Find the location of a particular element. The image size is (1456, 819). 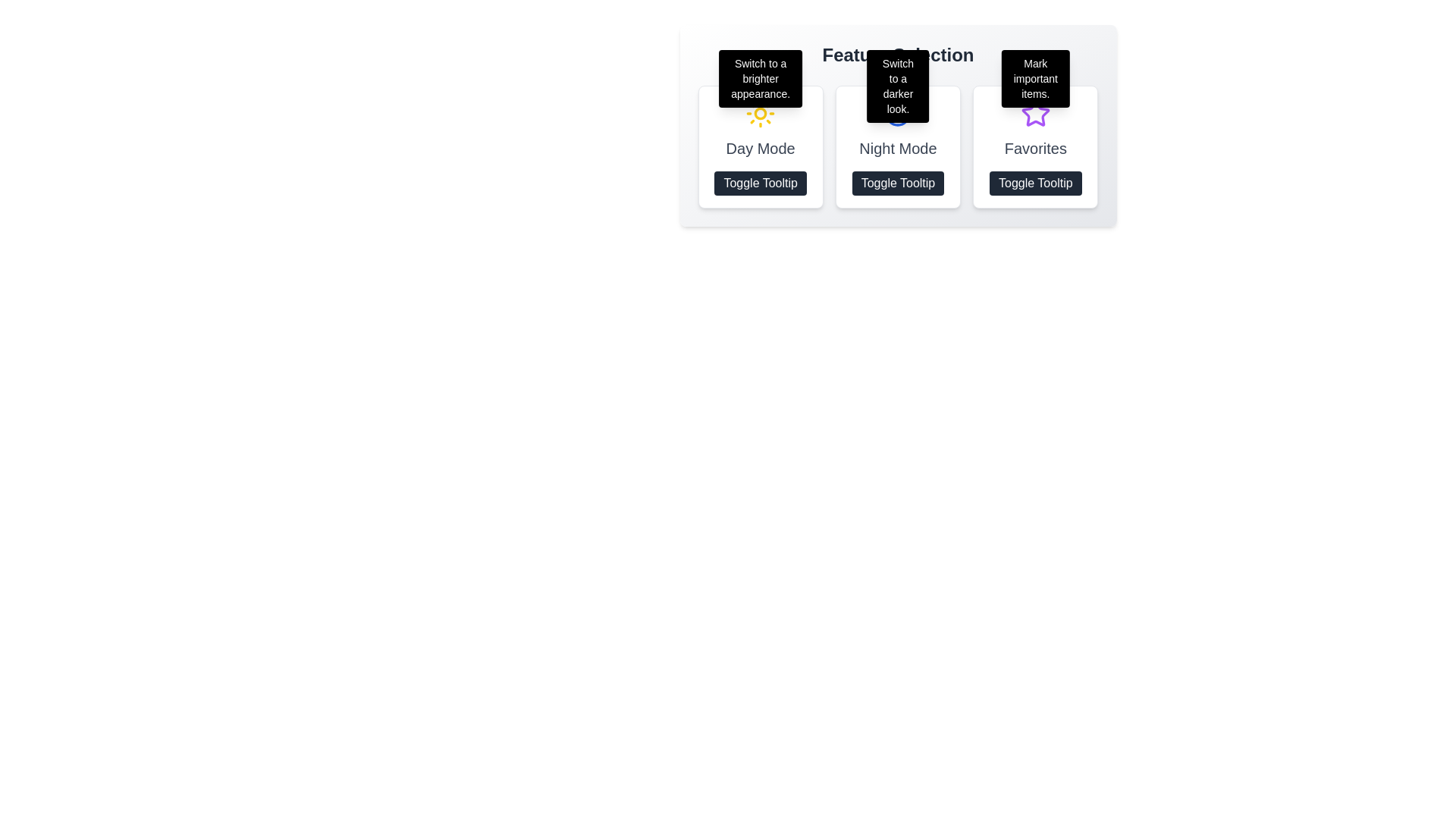

the Tooltip that provides additional information about the 'Favorites' widget, which is positioned above the 'Favorites' label and icon is located at coordinates (1034, 79).